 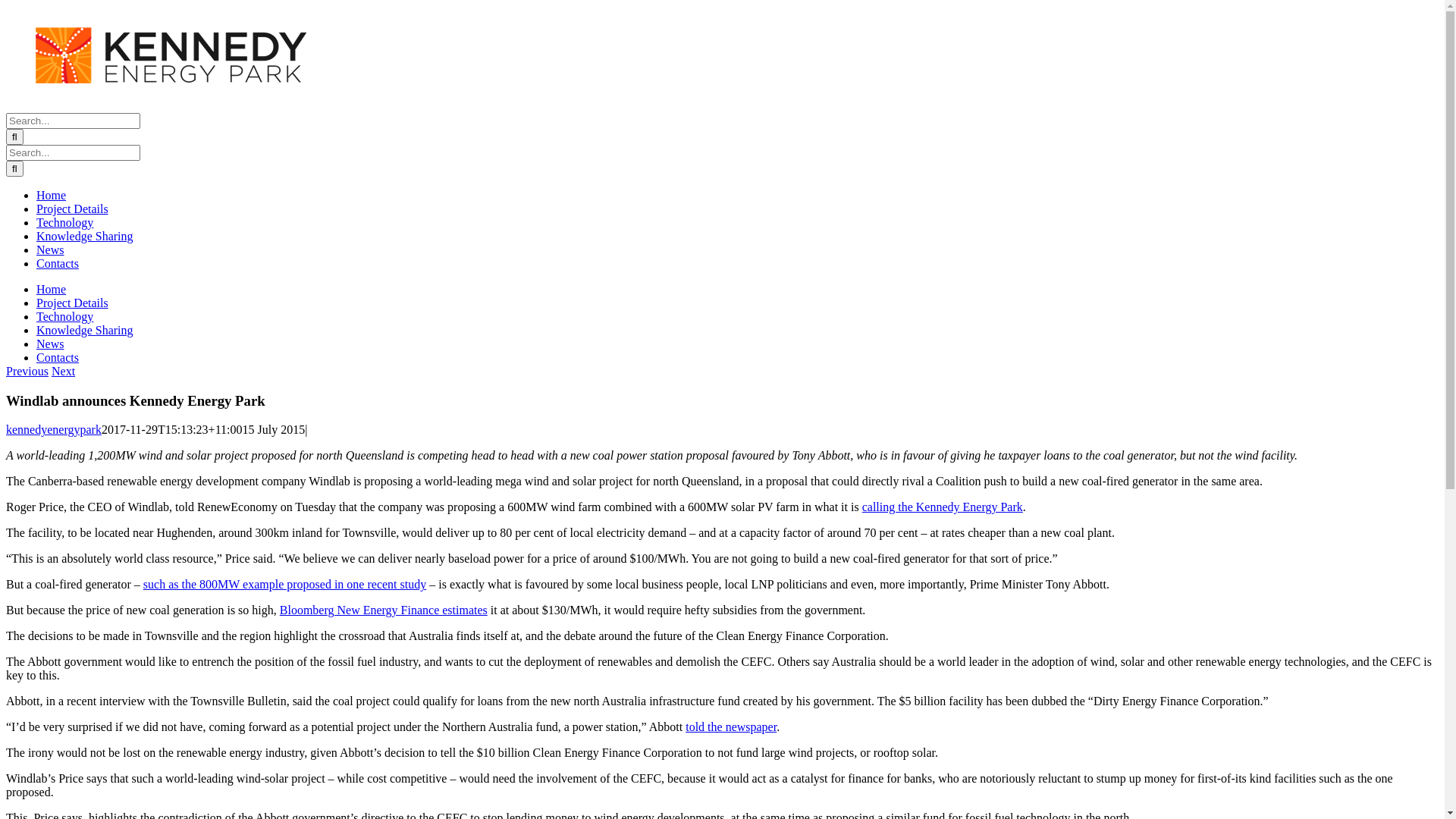 What do you see at coordinates (62, 371) in the screenshot?
I see `'Next'` at bounding box center [62, 371].